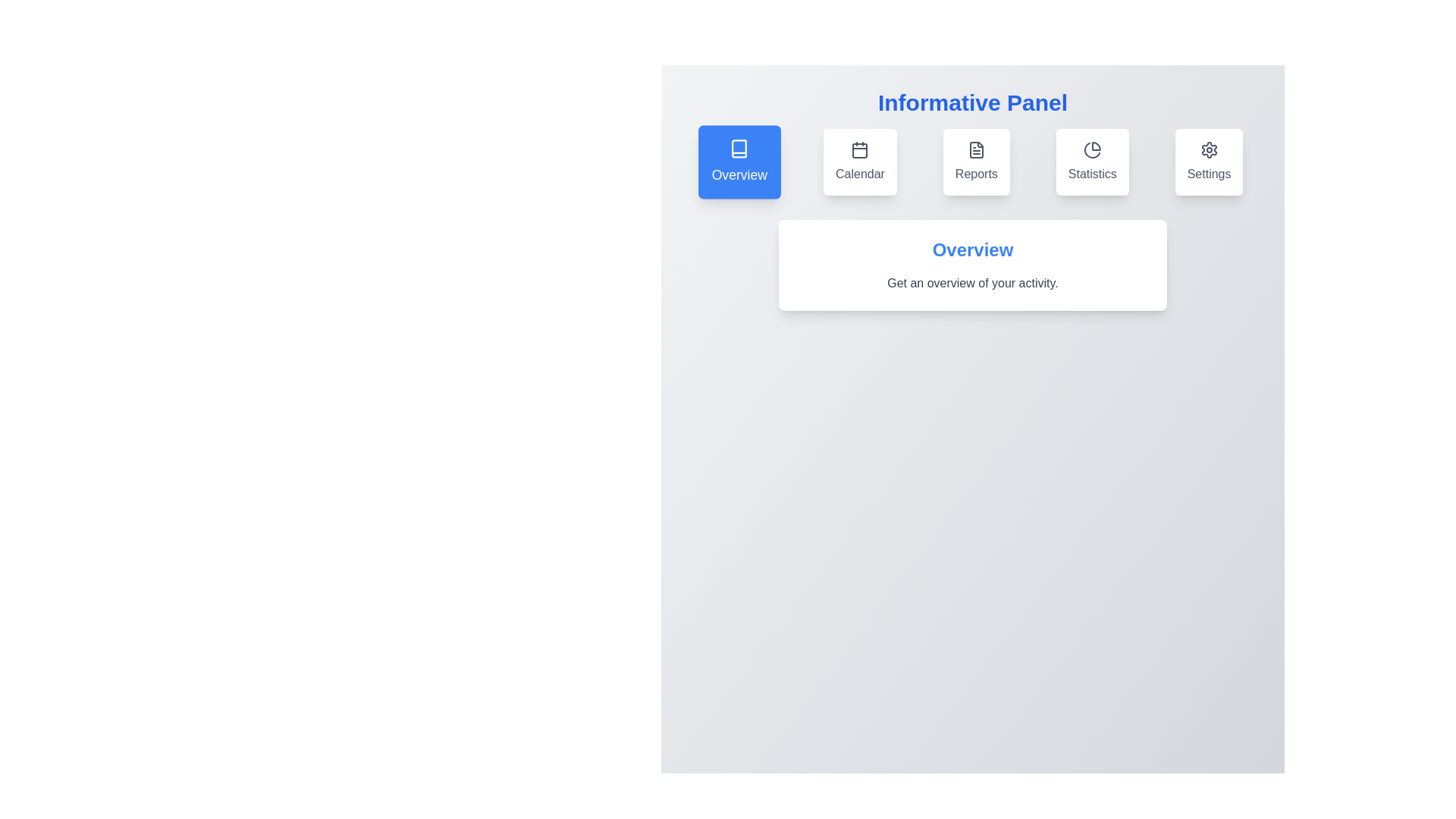 This screenshot has width=1456, height=819. Describe the element at coordinates (976, 149) in the screenshot. I see `the compact icon resembling a sheet of paper located in the 'Reports' section of the main navigation panel` at that location.